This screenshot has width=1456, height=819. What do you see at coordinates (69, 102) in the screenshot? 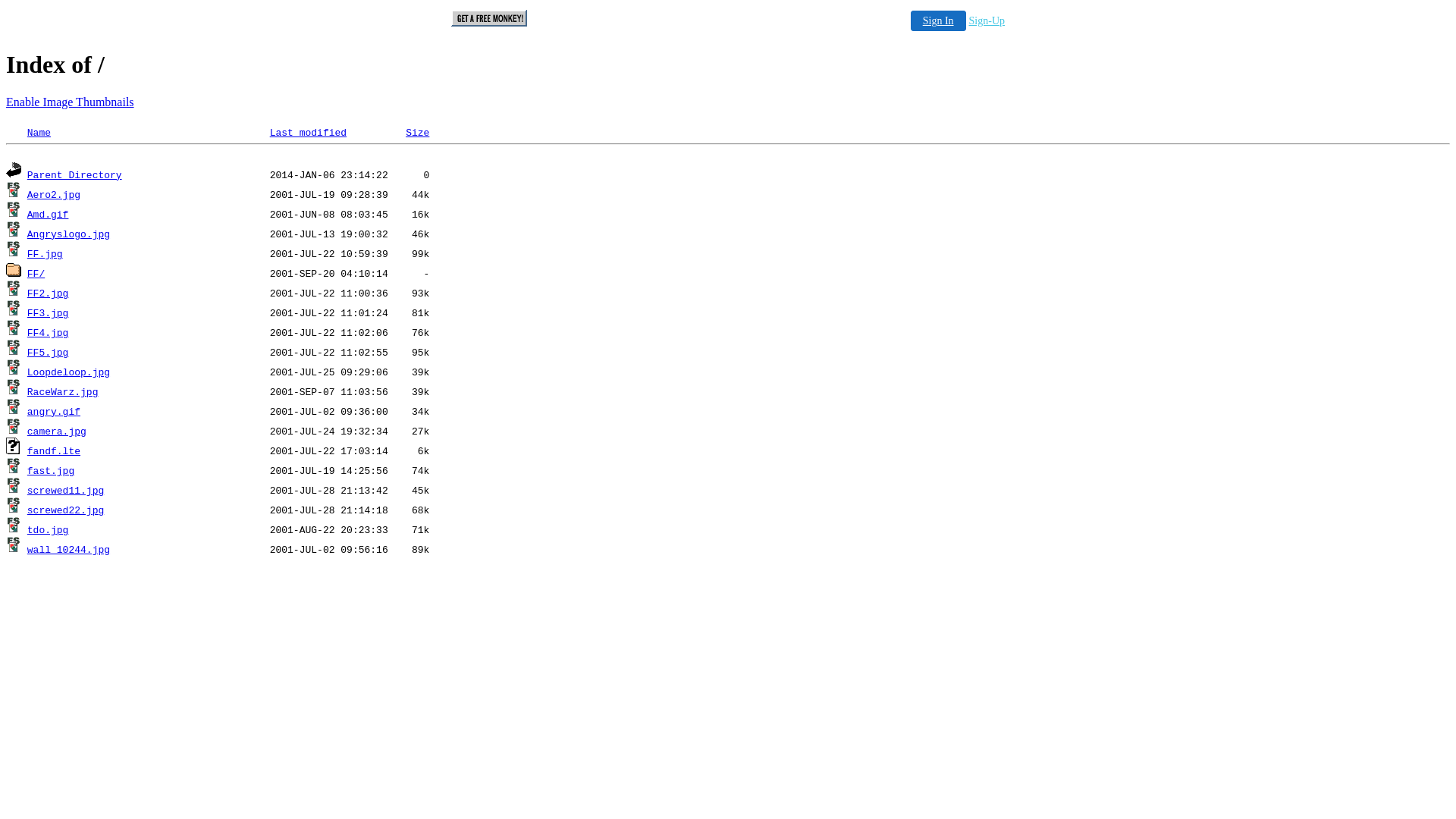
I see `'Enable Image Thumbnails'` at bounding box center [69, 102].